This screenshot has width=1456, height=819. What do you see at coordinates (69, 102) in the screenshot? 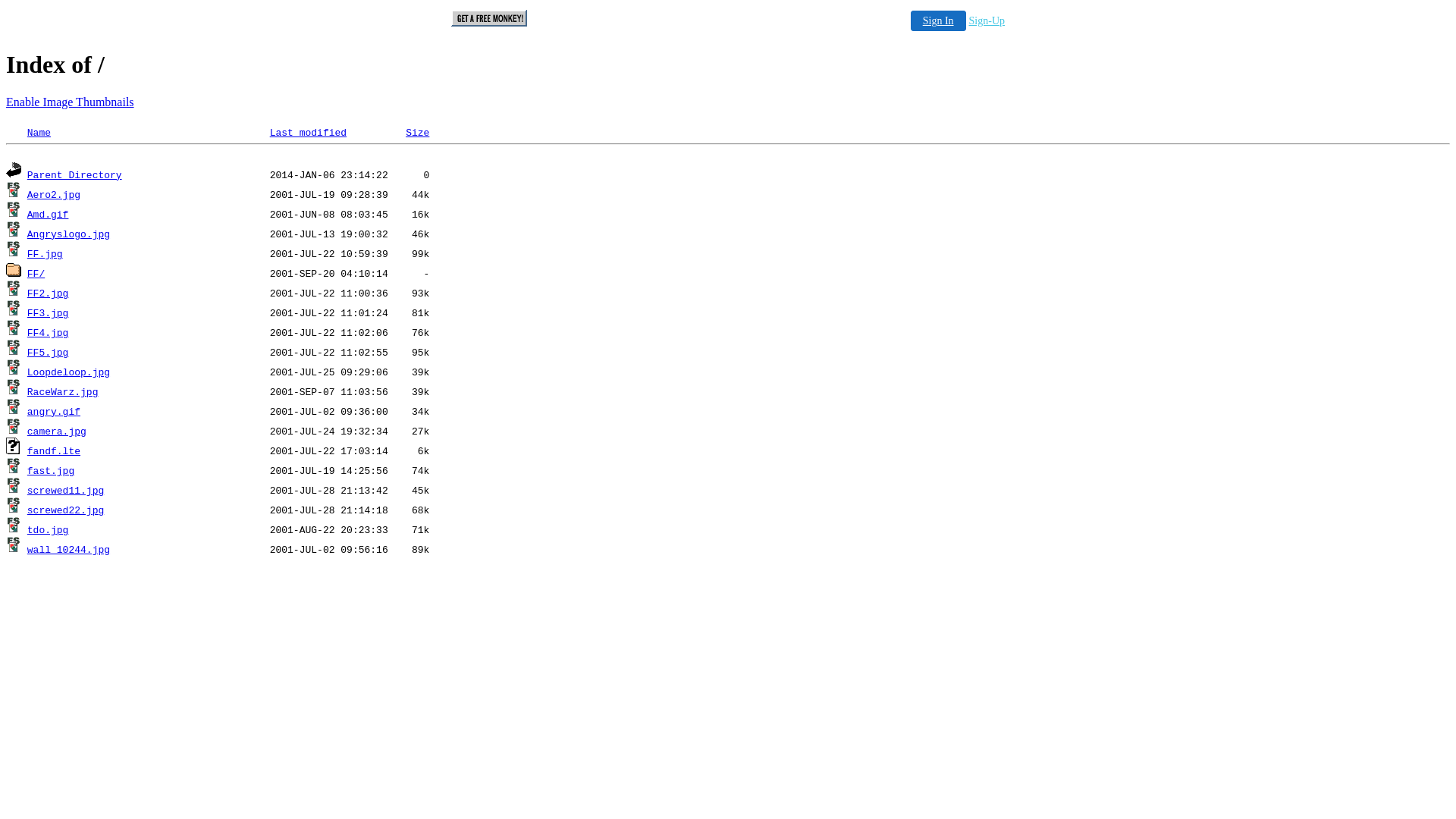
I see `'Enable Image Thumbnails'` at bounding box center [69, 102].